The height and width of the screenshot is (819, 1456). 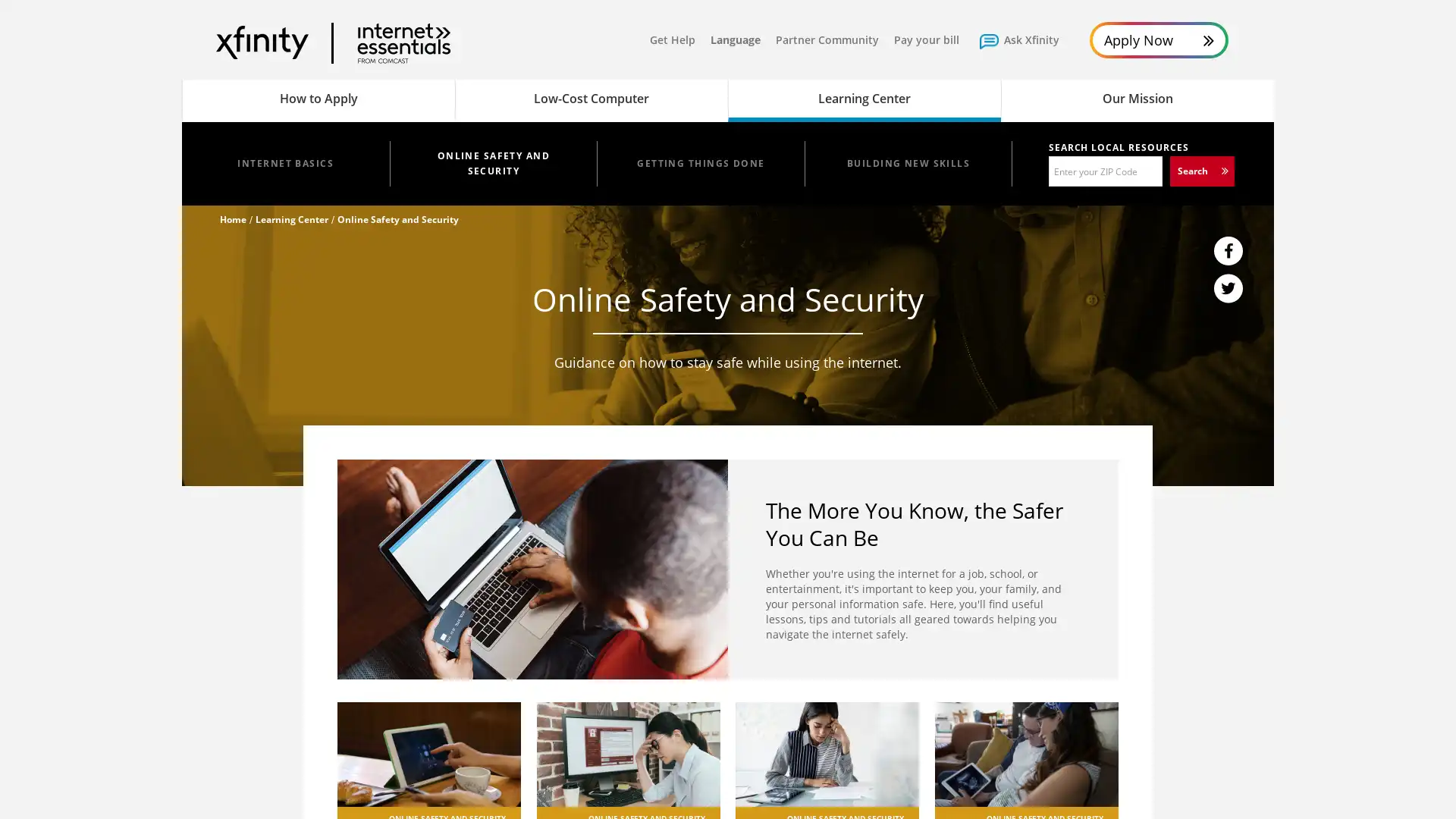 What do you see at coordinates (1158, 36) in the screenshot?
I see `Apply Now` at bounding box center [1158, 36].